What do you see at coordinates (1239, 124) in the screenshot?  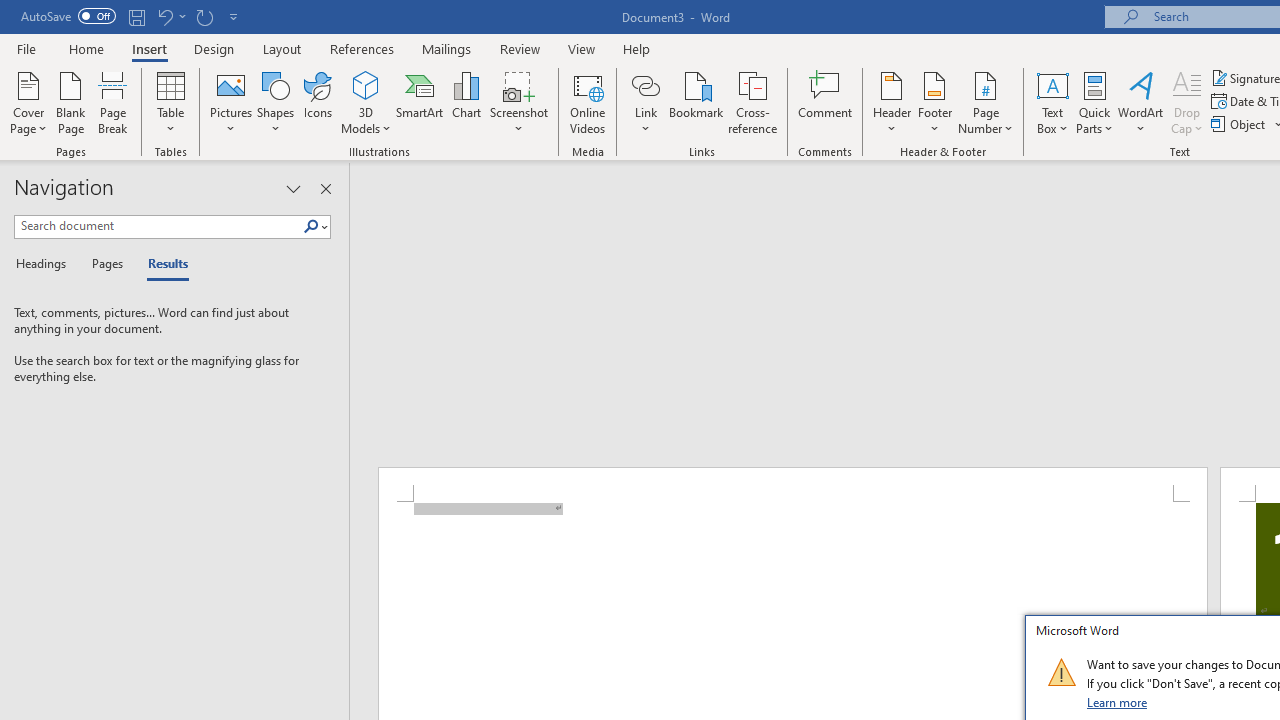 I see `'Object...'` at bounding box center [1239, 124].